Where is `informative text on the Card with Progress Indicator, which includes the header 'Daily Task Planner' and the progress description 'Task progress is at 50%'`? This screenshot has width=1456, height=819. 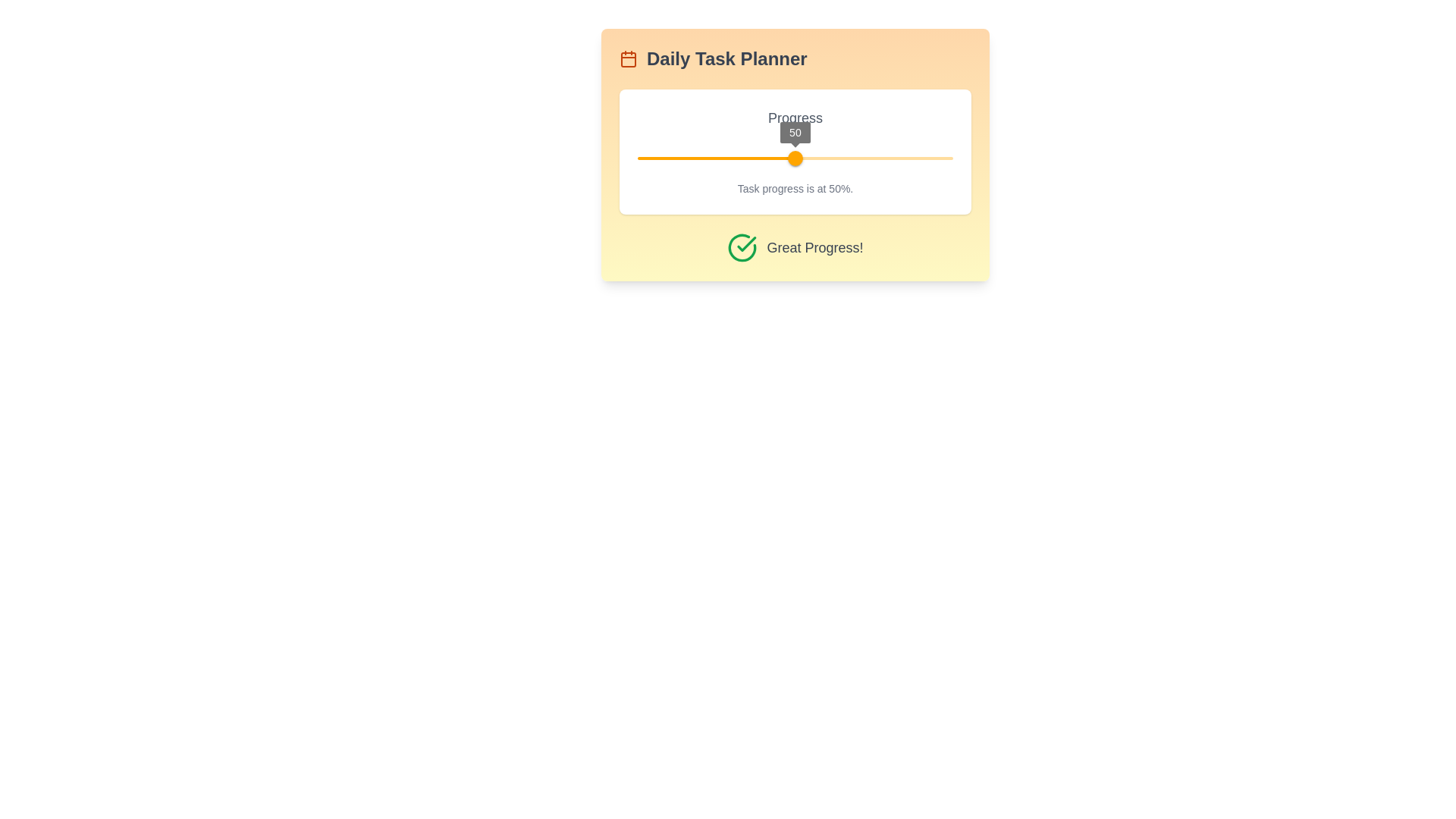
informative text on the Card with Progress Indicator, which includes the header 'Daily Task Planner' and the progress description 'Task progress is at 50%' is located at coordinates (795, 155).